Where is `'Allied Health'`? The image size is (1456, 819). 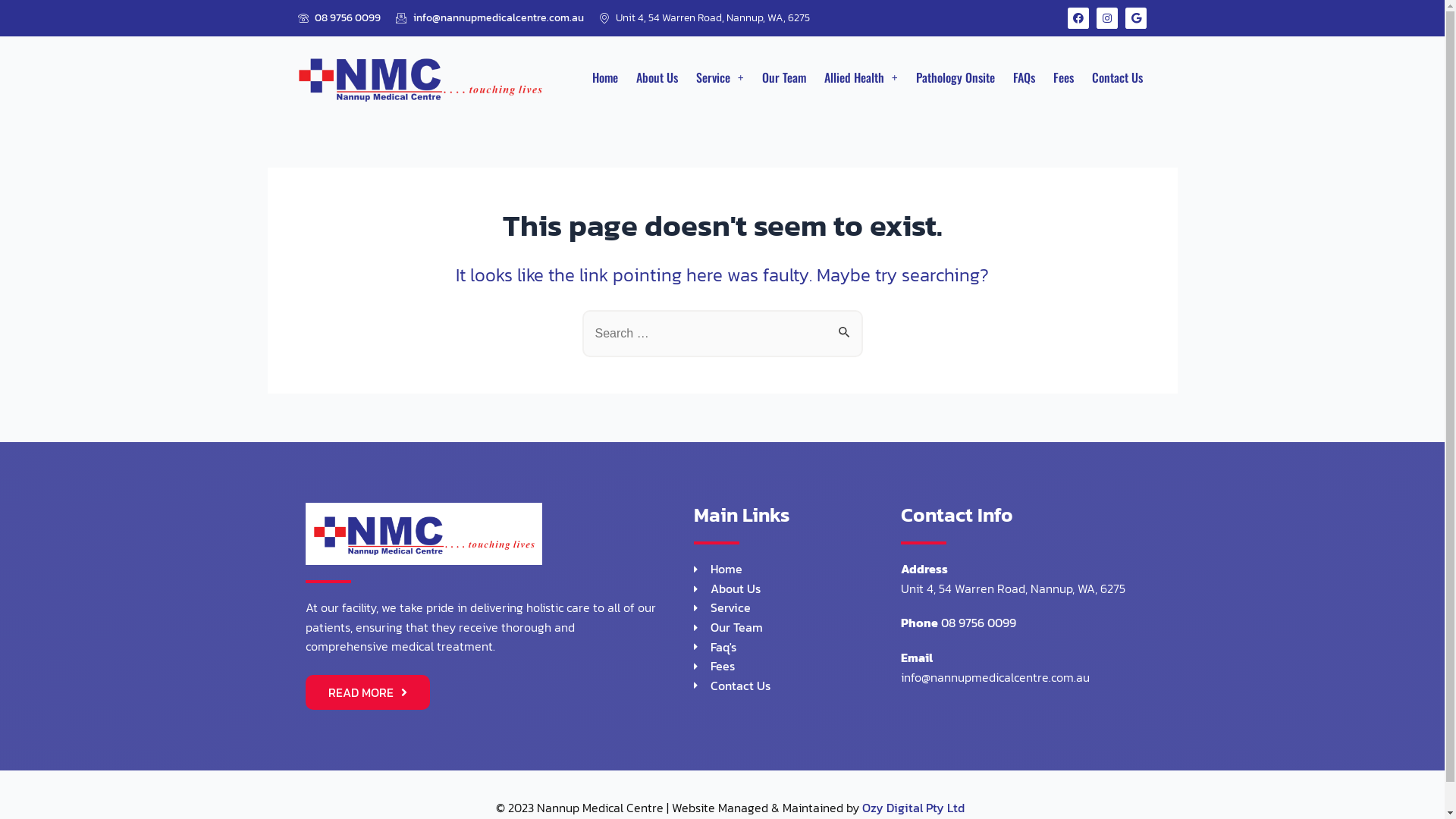 'Allied Health' is located at coordinates (814, 77).